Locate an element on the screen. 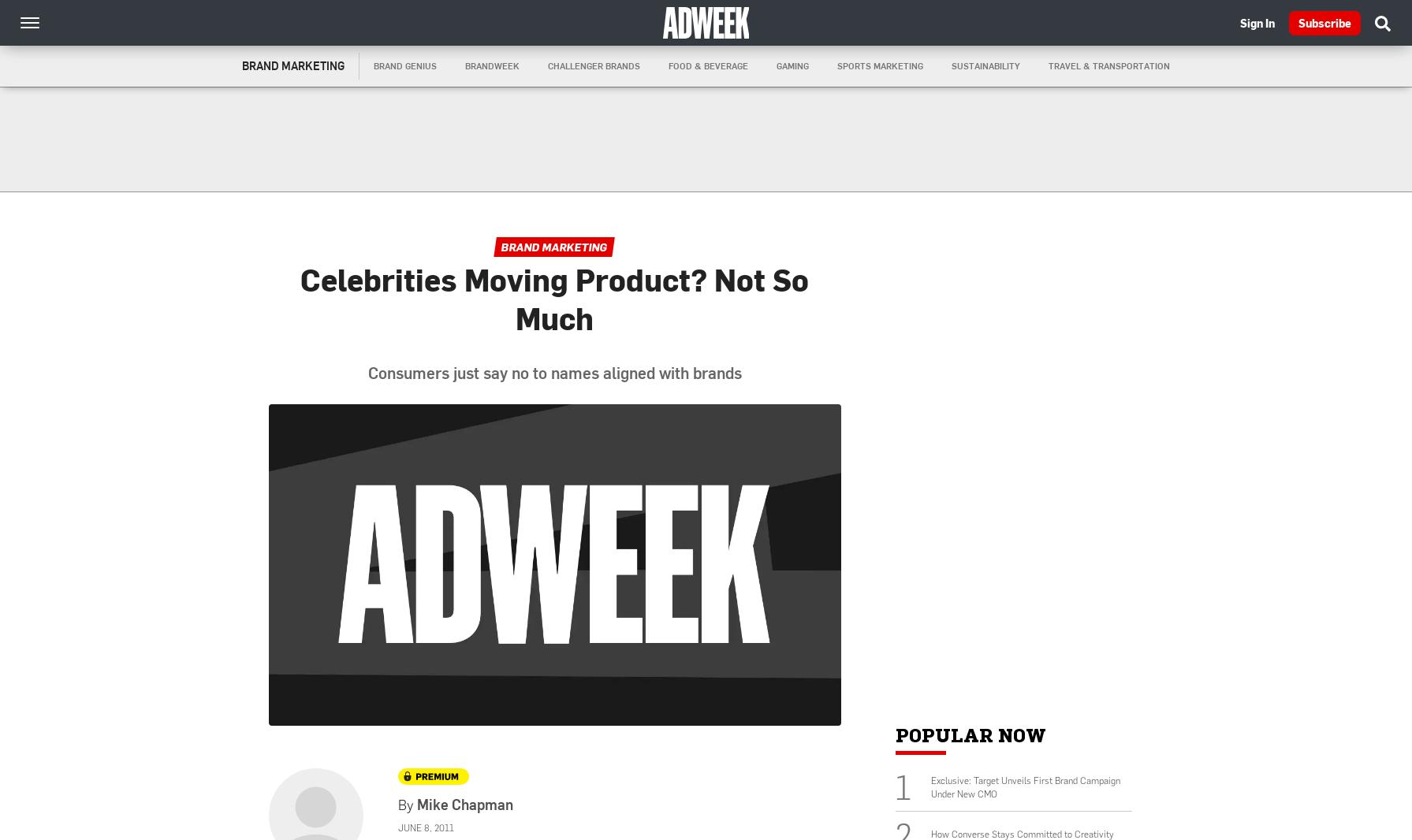  'Brand Genius' is located at coordinates (405, 65).